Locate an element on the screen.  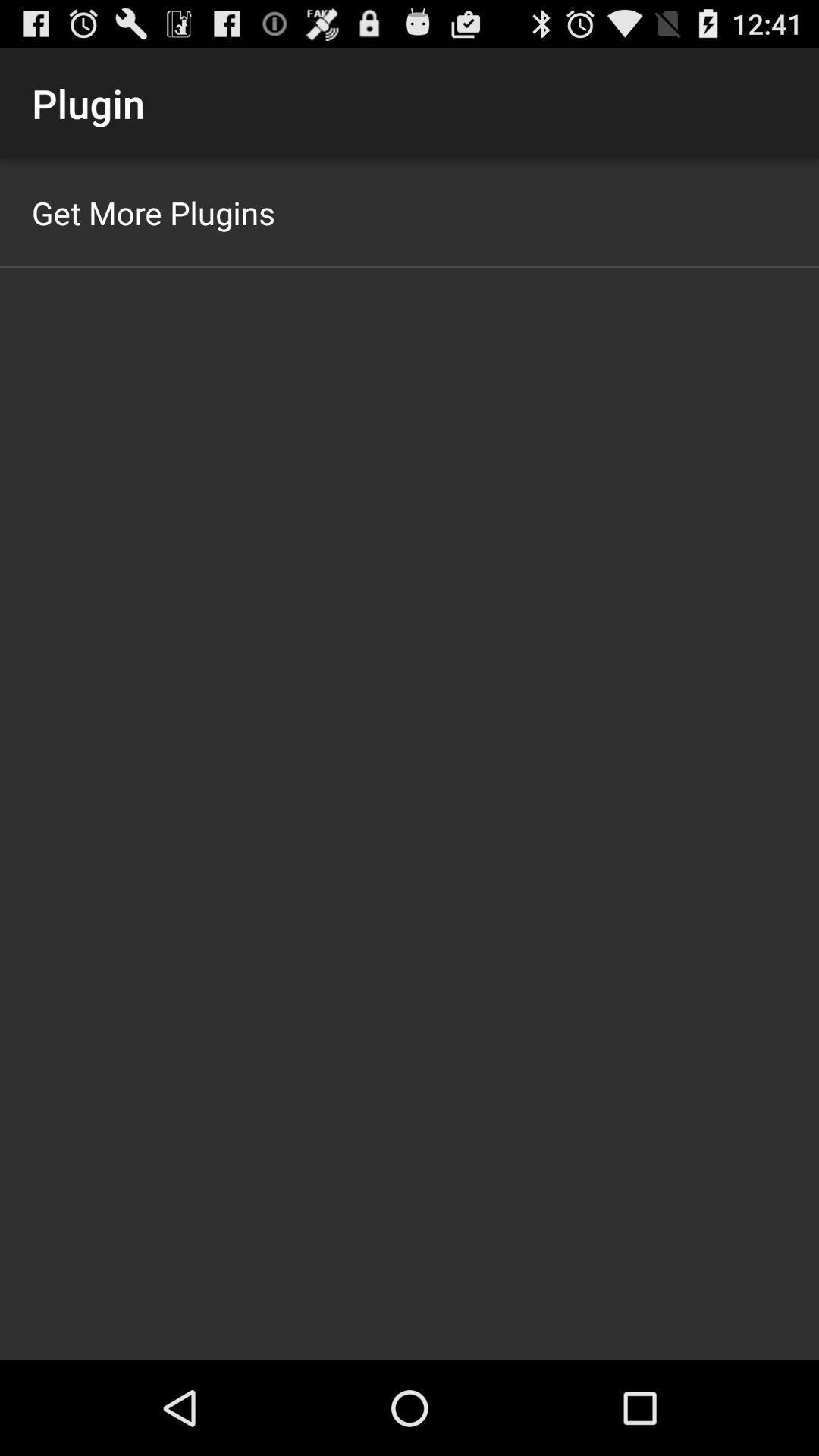
get more plugins item is located at coordinates (153, 212).